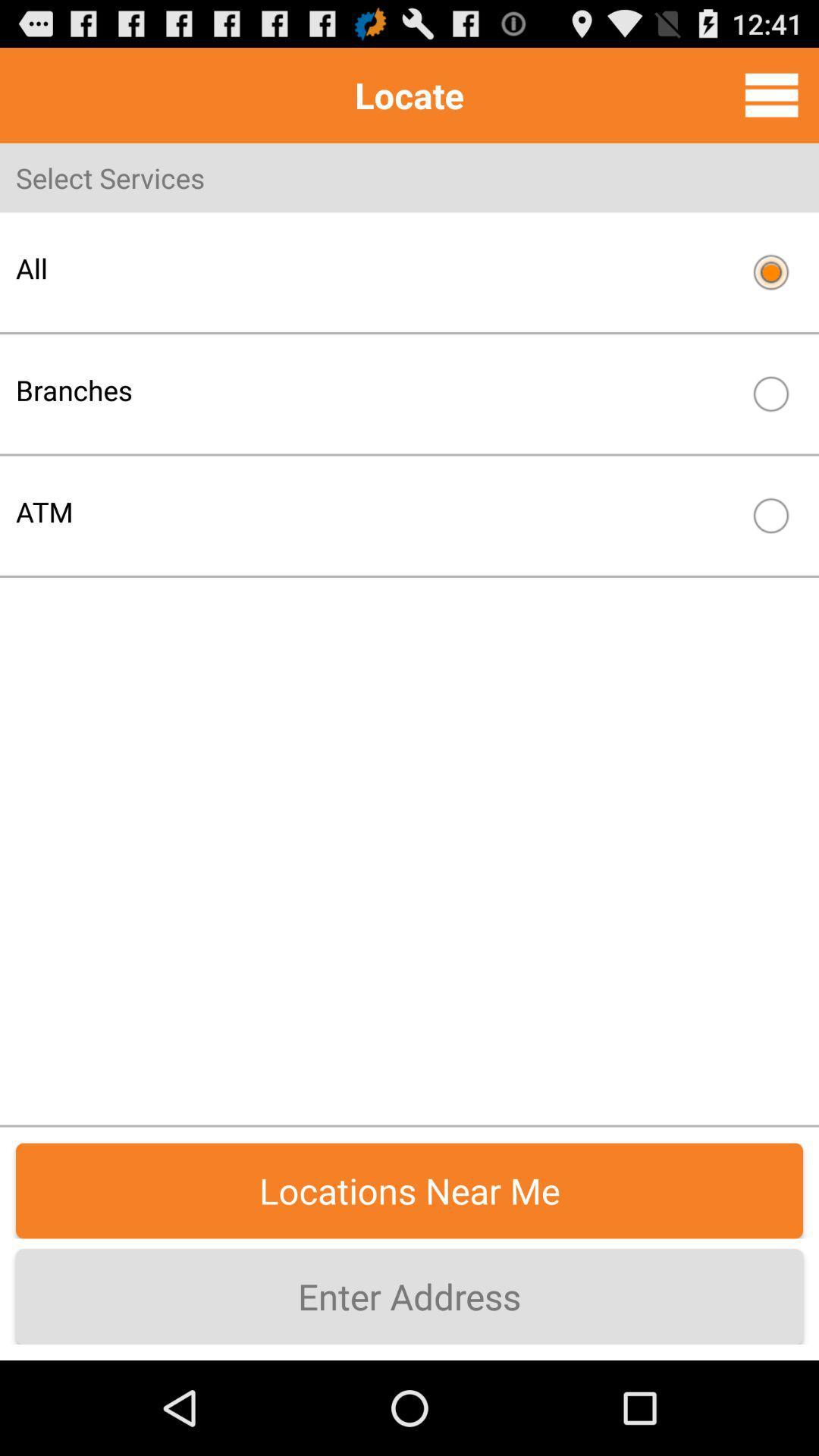  I want to click on icon below the locations near me item, so click(409, 1295).